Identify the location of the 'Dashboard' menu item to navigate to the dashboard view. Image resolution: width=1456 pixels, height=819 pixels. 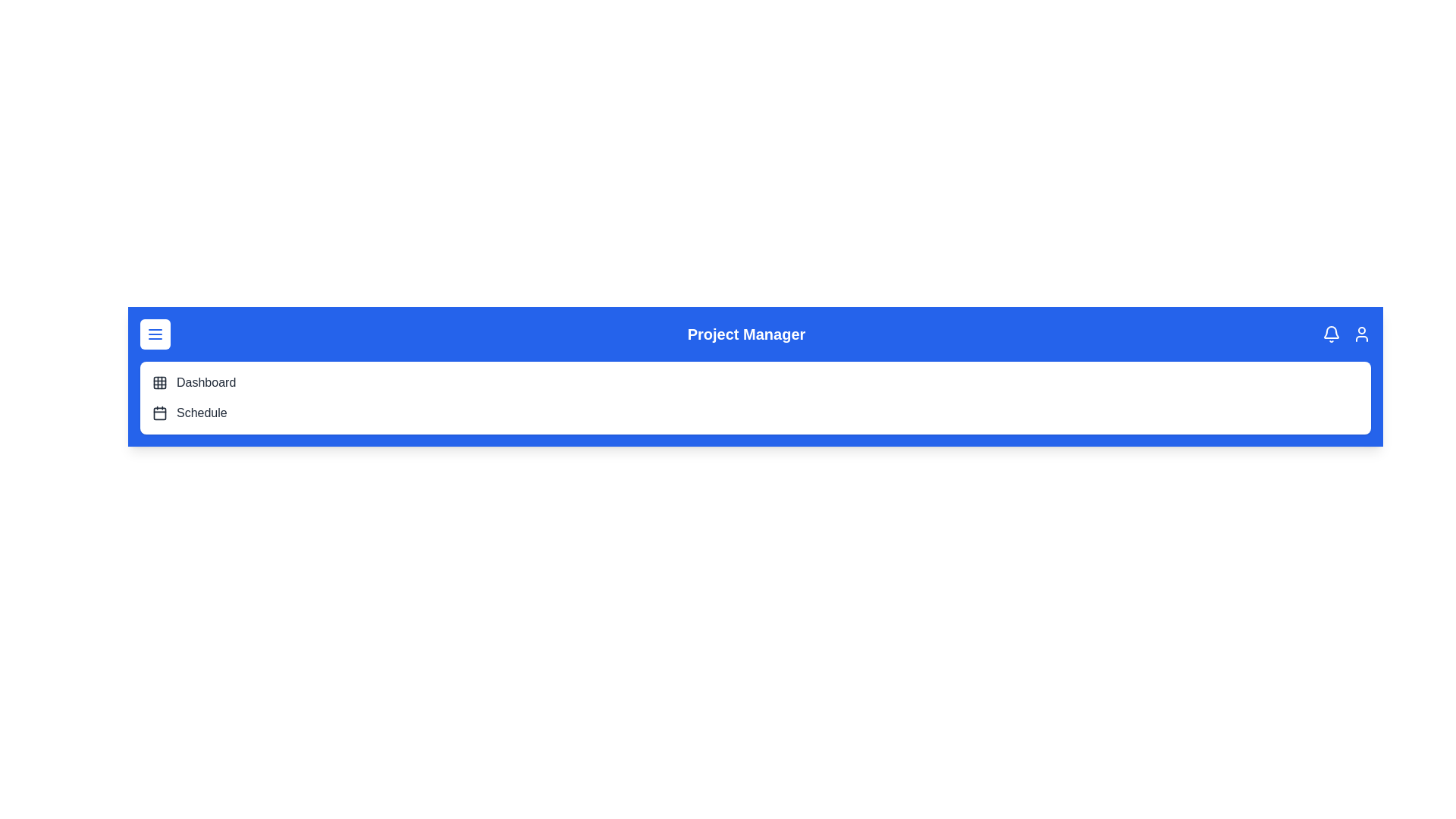
(206, 382).